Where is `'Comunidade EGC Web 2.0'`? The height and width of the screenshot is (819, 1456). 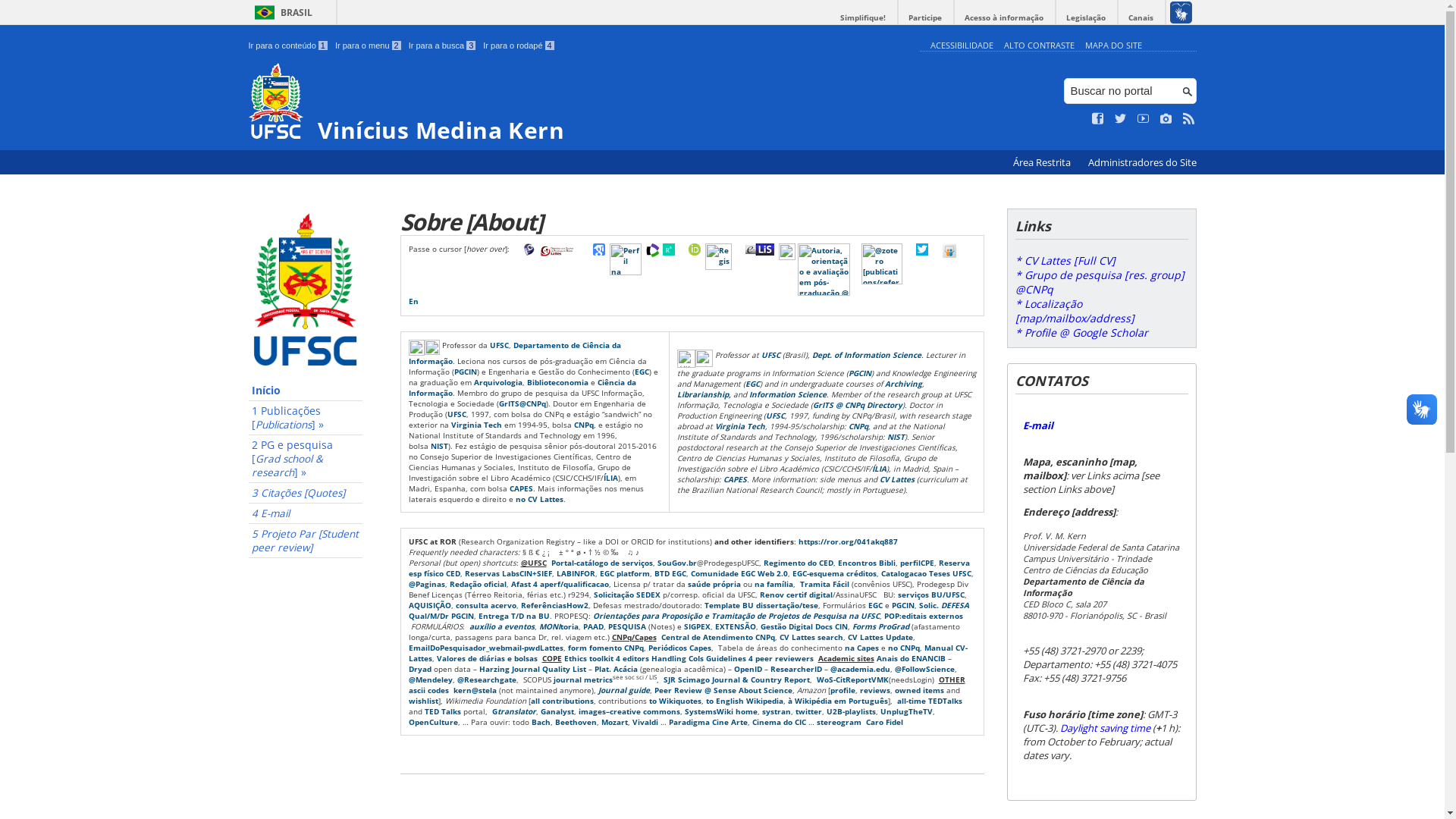 'Comunidade EGC Web 2.0' is located at coordinates (739, 573).